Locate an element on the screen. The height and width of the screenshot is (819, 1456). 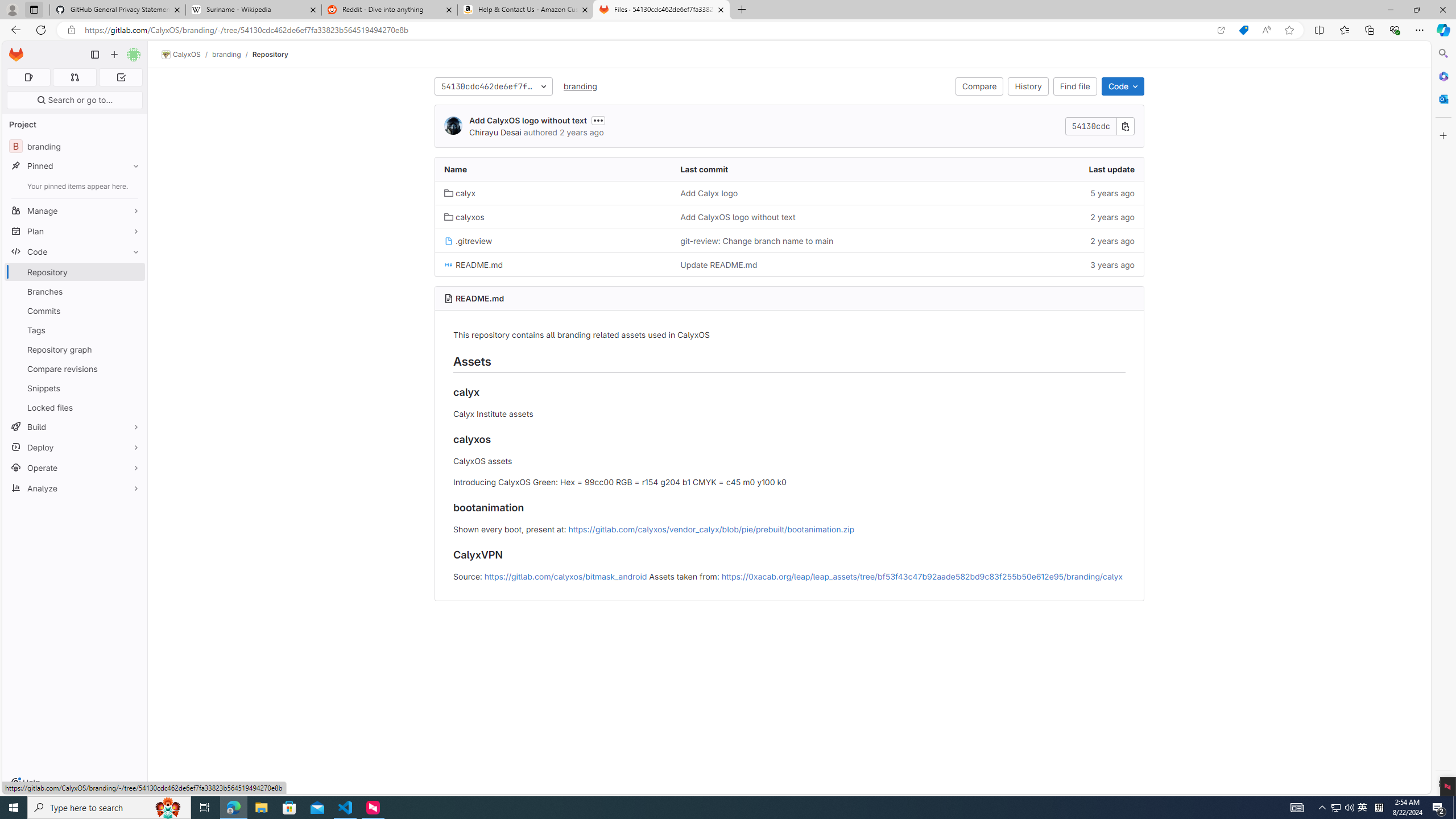
'Commits' is located at coordinates (74, 310).